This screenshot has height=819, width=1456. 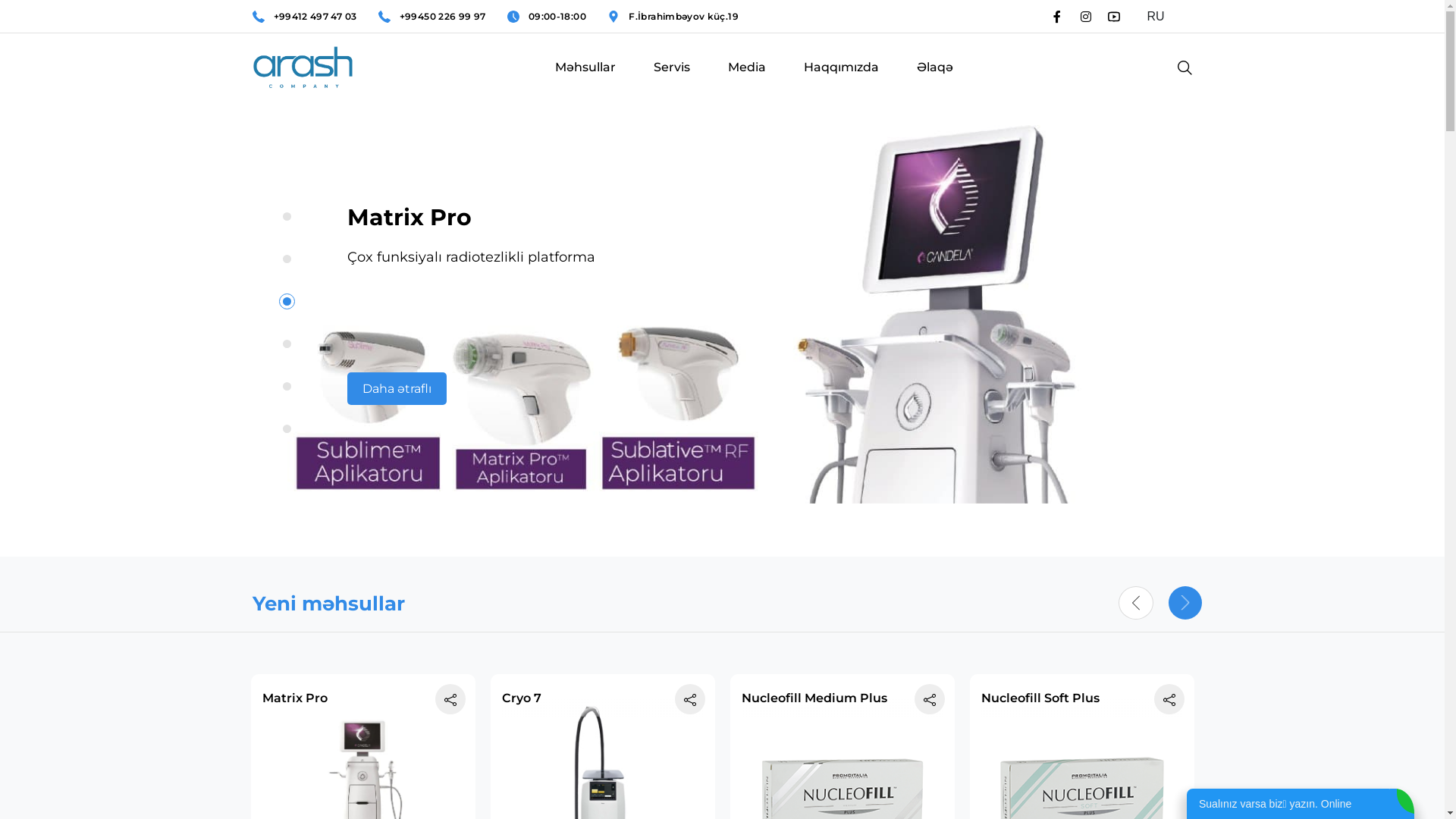 What do you see at coordinates (282, 301) in the screenshot?
I see `'3'` at bounding box center [282, 301].